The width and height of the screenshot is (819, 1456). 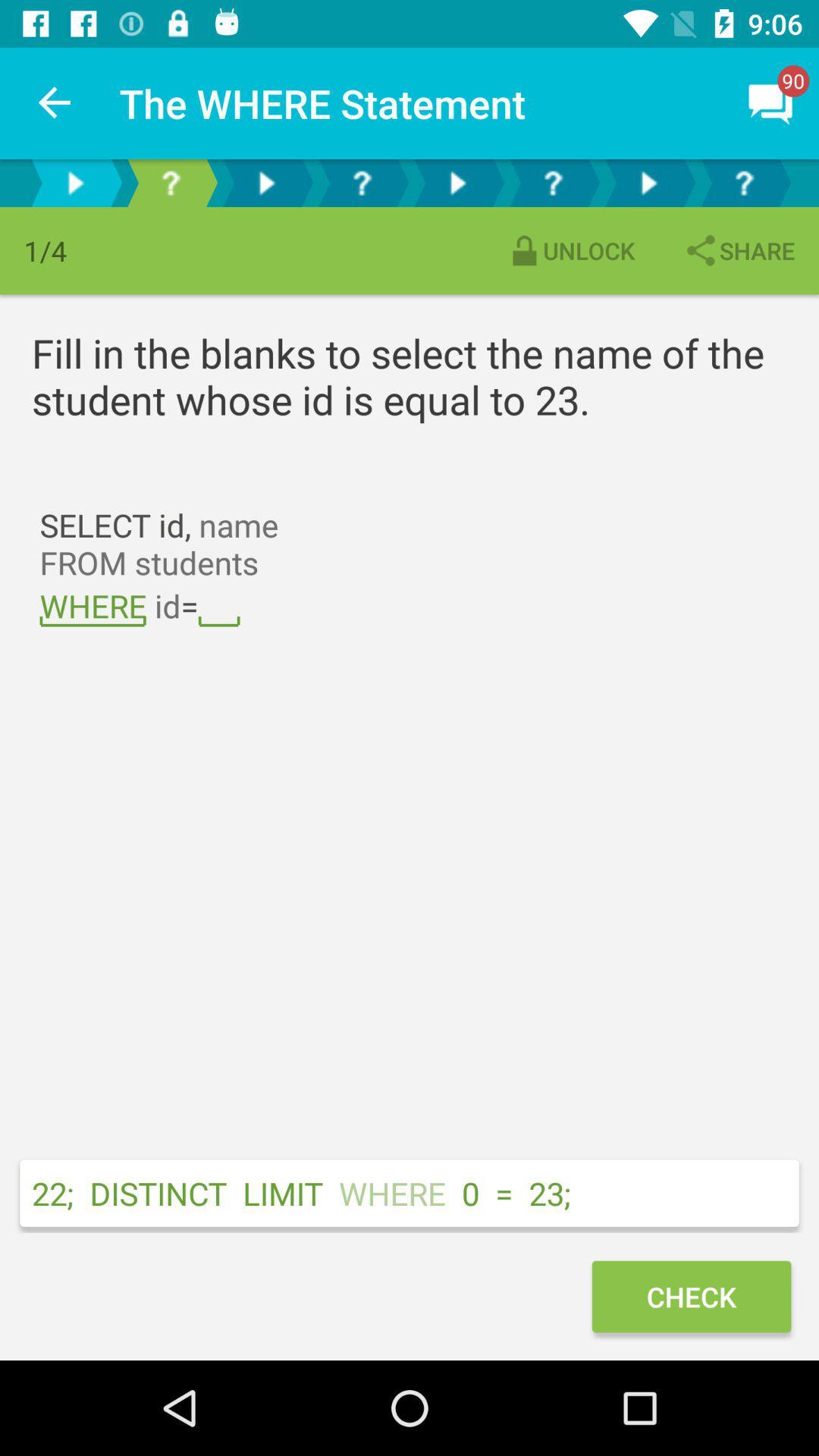 I want to click on proceed to this section, so click(x=648, y=182).